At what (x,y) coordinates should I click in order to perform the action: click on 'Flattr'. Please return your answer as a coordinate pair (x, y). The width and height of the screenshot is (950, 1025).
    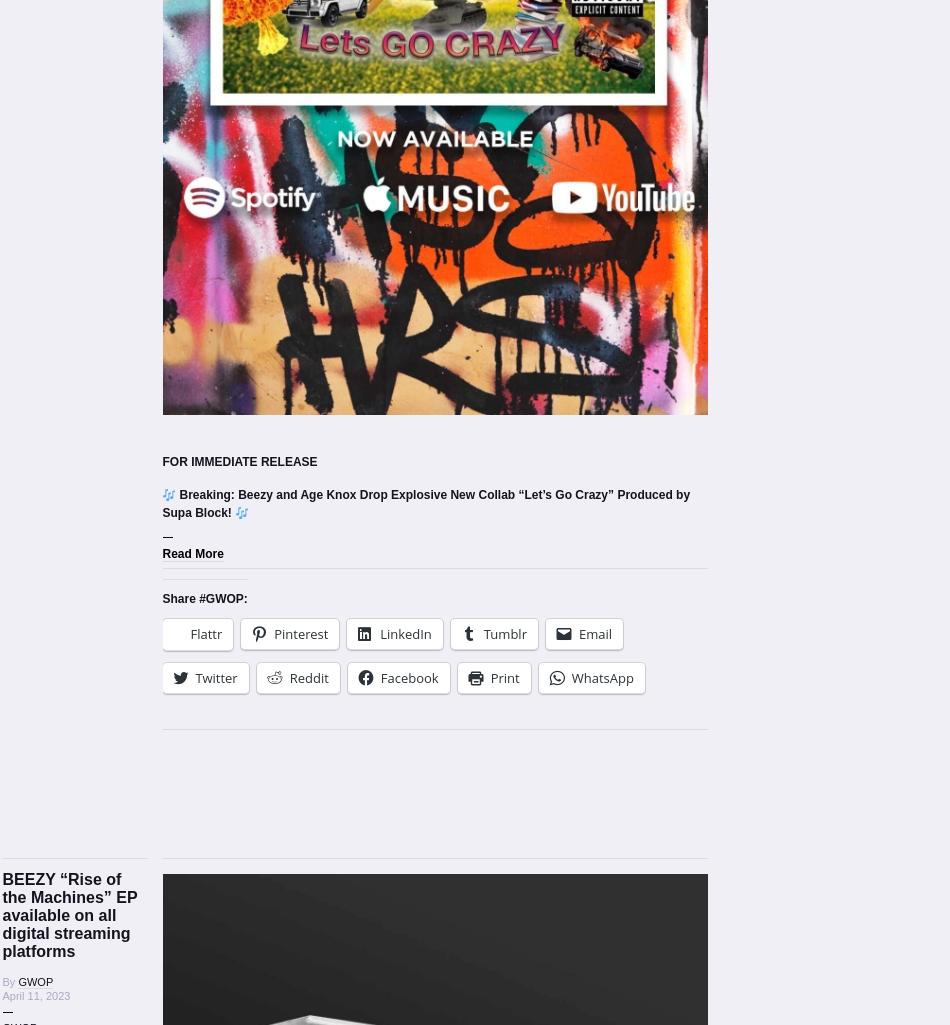
    Looking at the image, I should click on (205, 632).